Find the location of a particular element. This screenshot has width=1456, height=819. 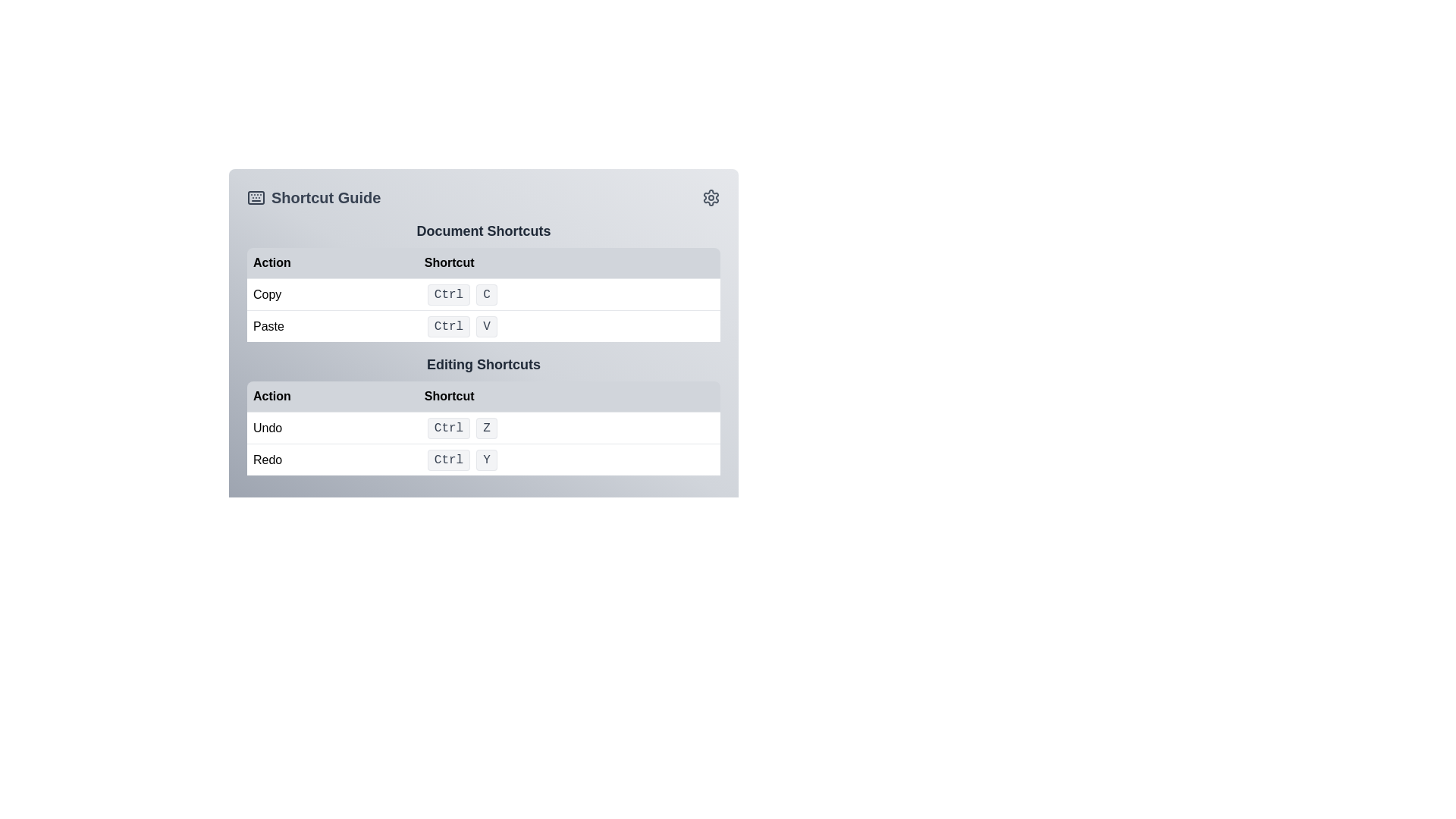

the 'Editing Shortcuts' section of the 'Shortcut Guide' interface, specifically targeting the table displaying 'Undo' and 'Redo' commands with their key combinations 'Ctrl+Z' and 'Ctrl+Y' is located at coordinates (483, 444).